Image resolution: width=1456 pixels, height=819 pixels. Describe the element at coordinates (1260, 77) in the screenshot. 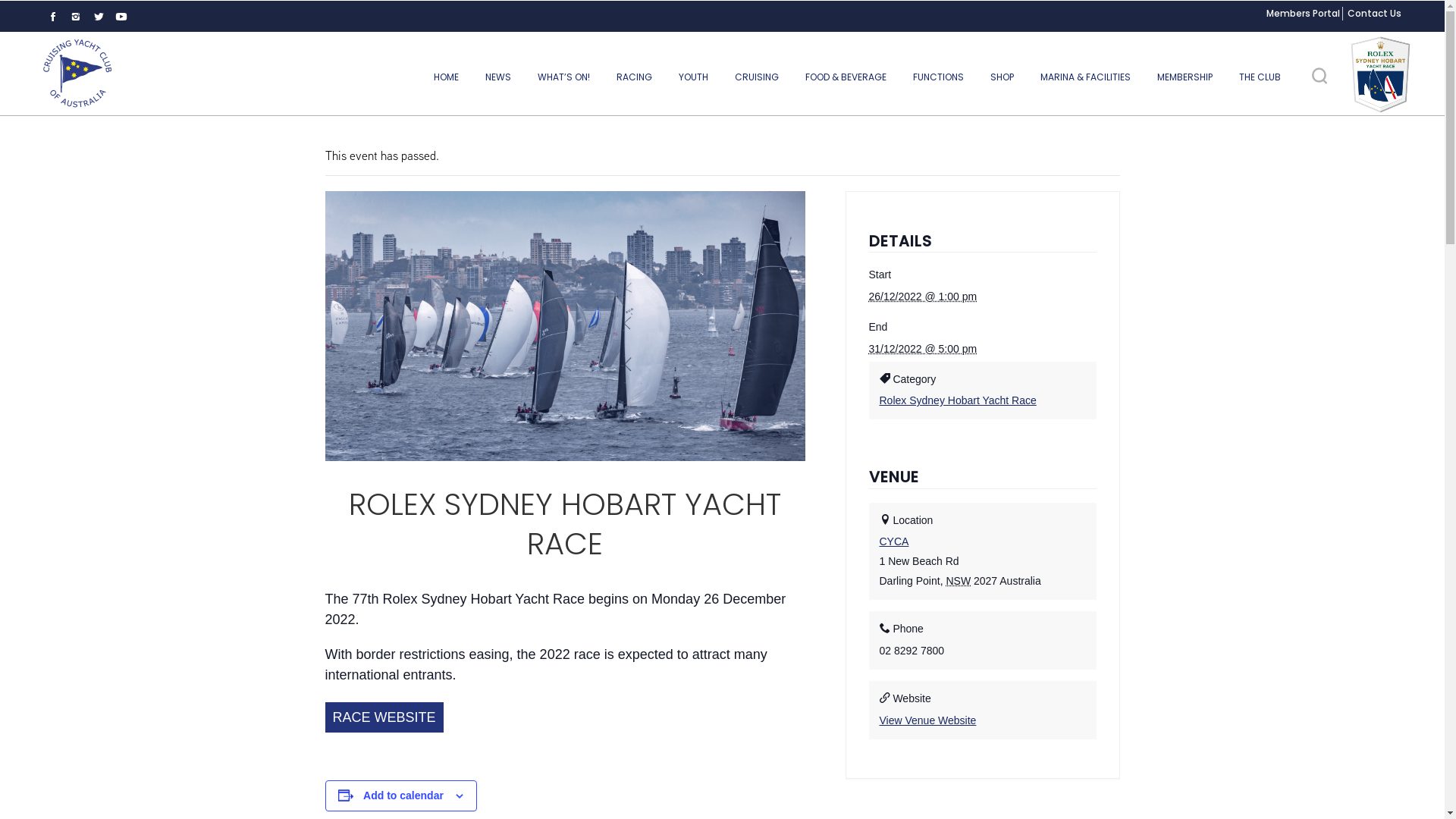

I see `'THE CLUB'` at that location.